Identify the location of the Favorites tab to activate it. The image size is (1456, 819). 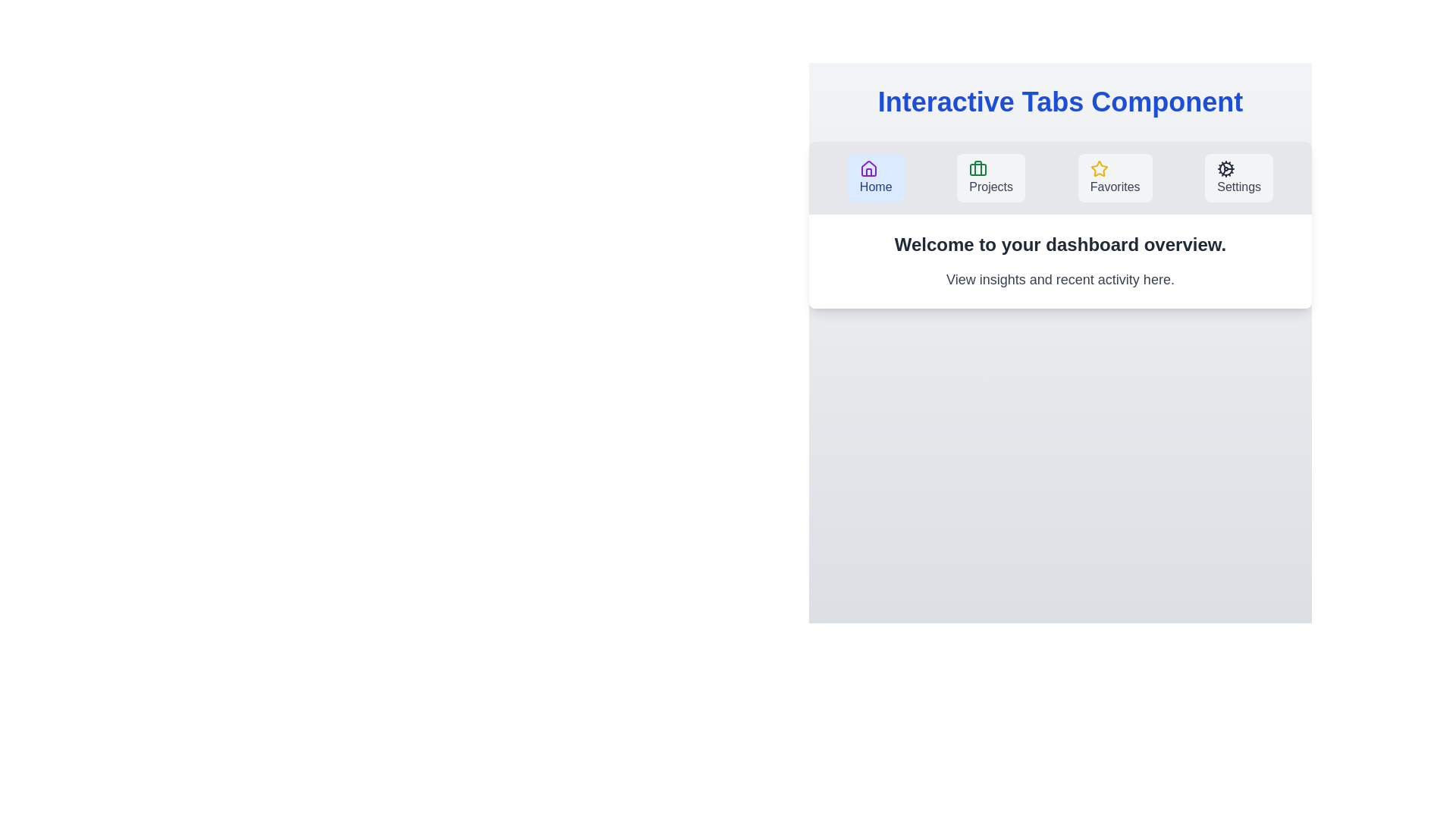
(1115, 177).